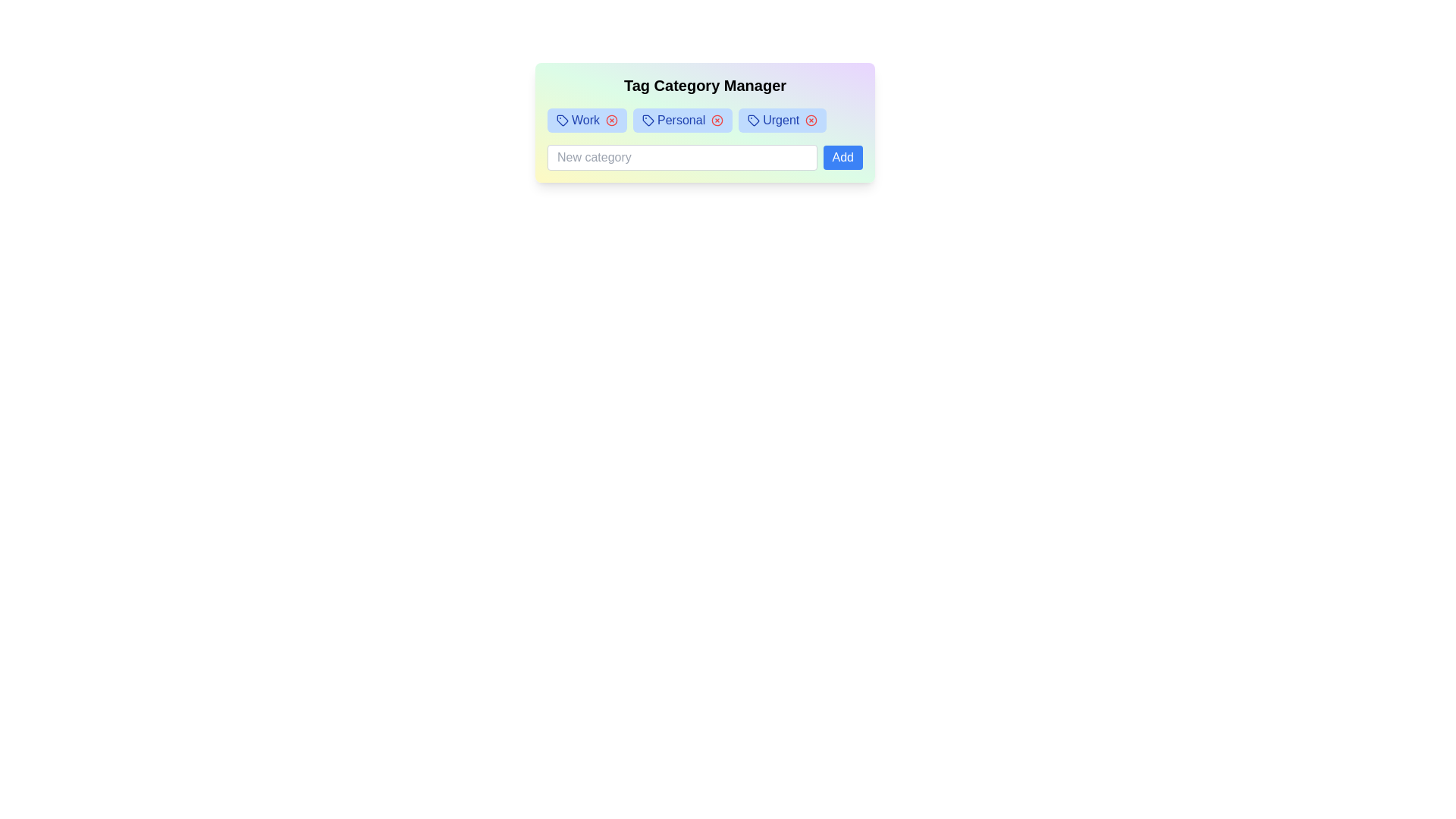 This screenshot has height=819, width=1456. I want to click on the Text Label that serves as the title or header for the card, positioned at the top of the card above other elements, so click(704, 85).